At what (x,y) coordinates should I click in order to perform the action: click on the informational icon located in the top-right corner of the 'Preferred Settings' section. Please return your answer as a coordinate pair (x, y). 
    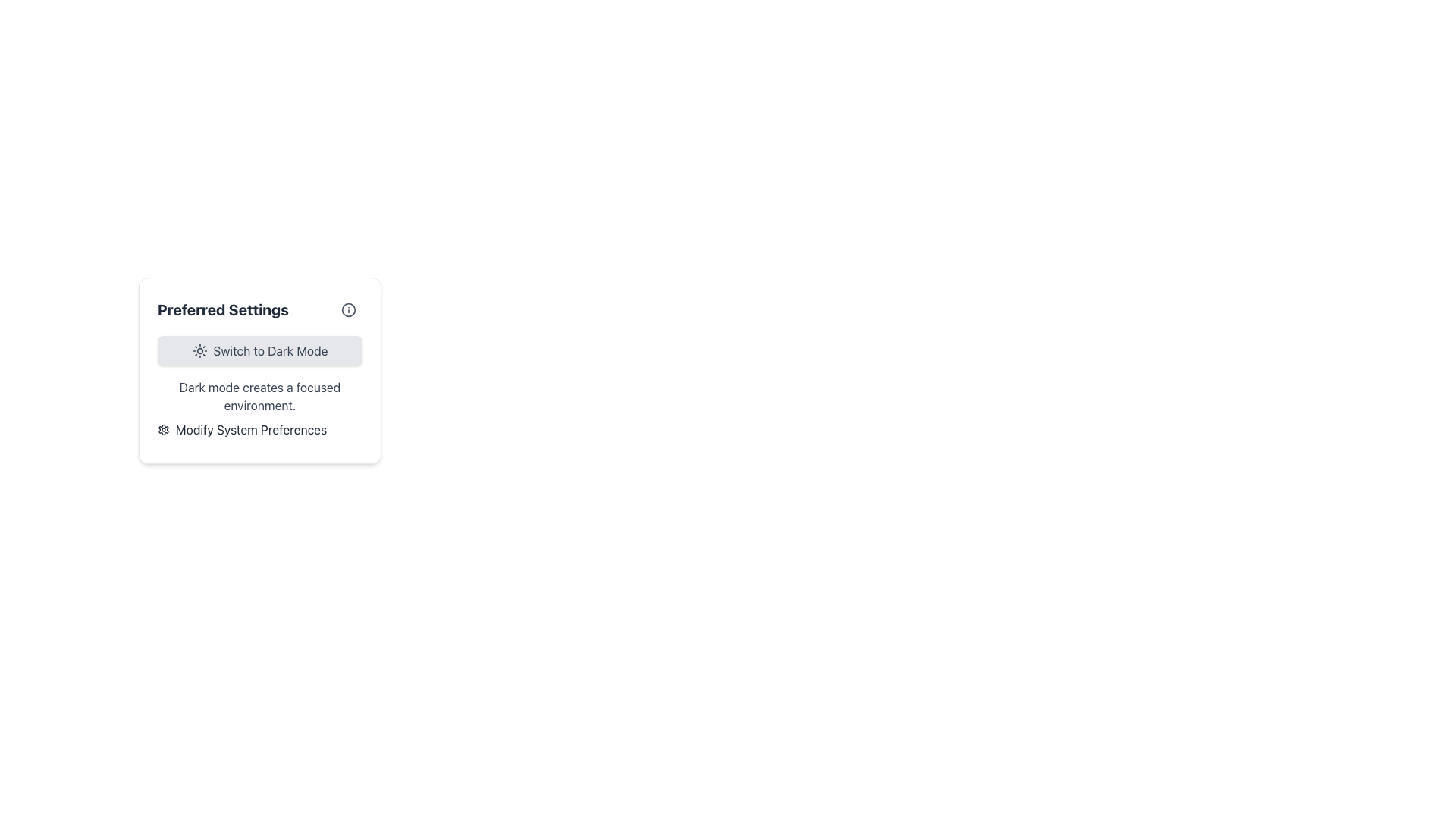
    Looking at the image, I should click on (348, 309).